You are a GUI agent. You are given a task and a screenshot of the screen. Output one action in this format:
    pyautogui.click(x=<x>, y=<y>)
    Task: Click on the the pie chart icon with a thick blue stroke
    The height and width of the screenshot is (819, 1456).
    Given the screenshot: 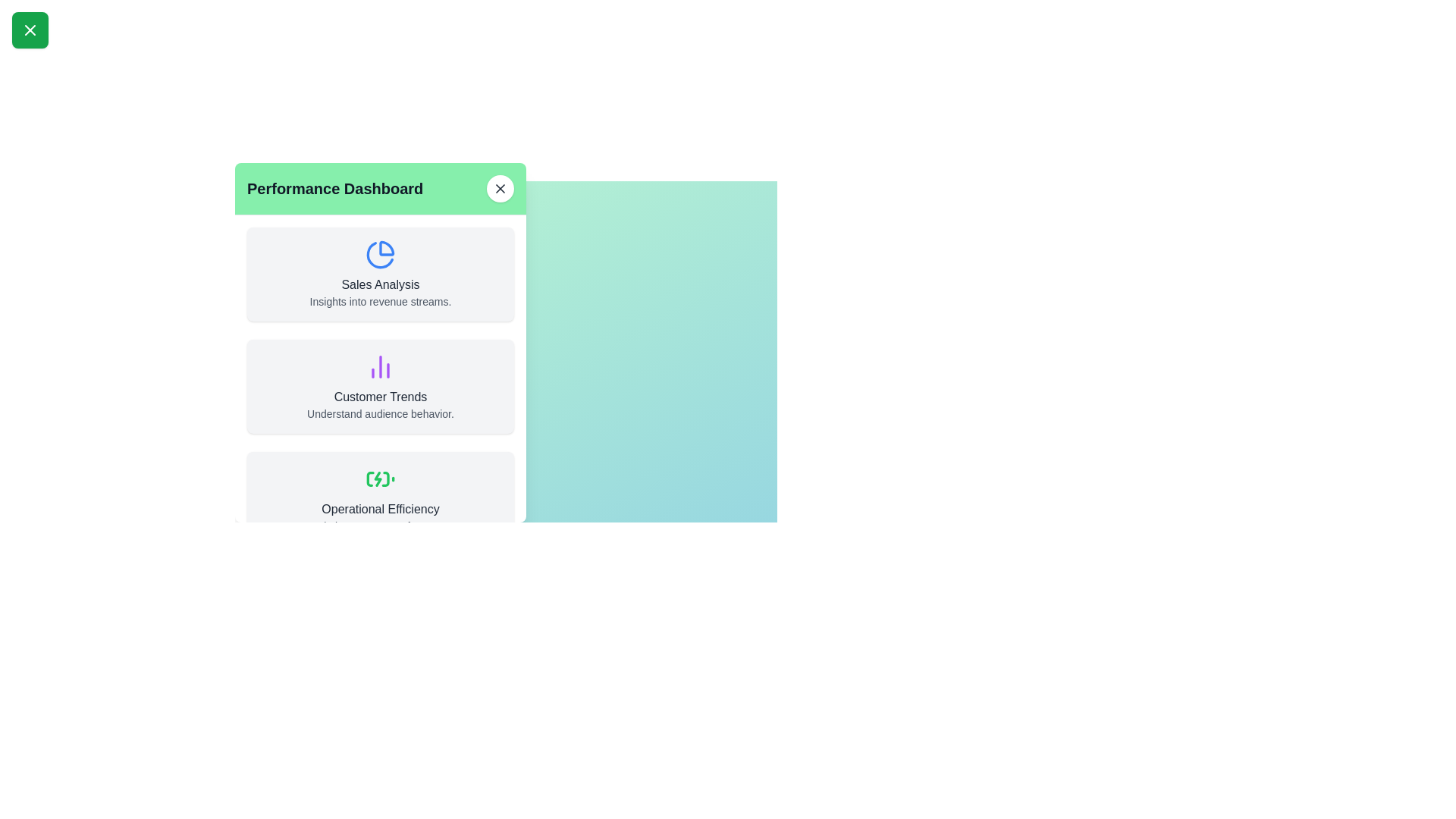 What is the action you would take?
    pyautogui.click(x=381, y=253)
    